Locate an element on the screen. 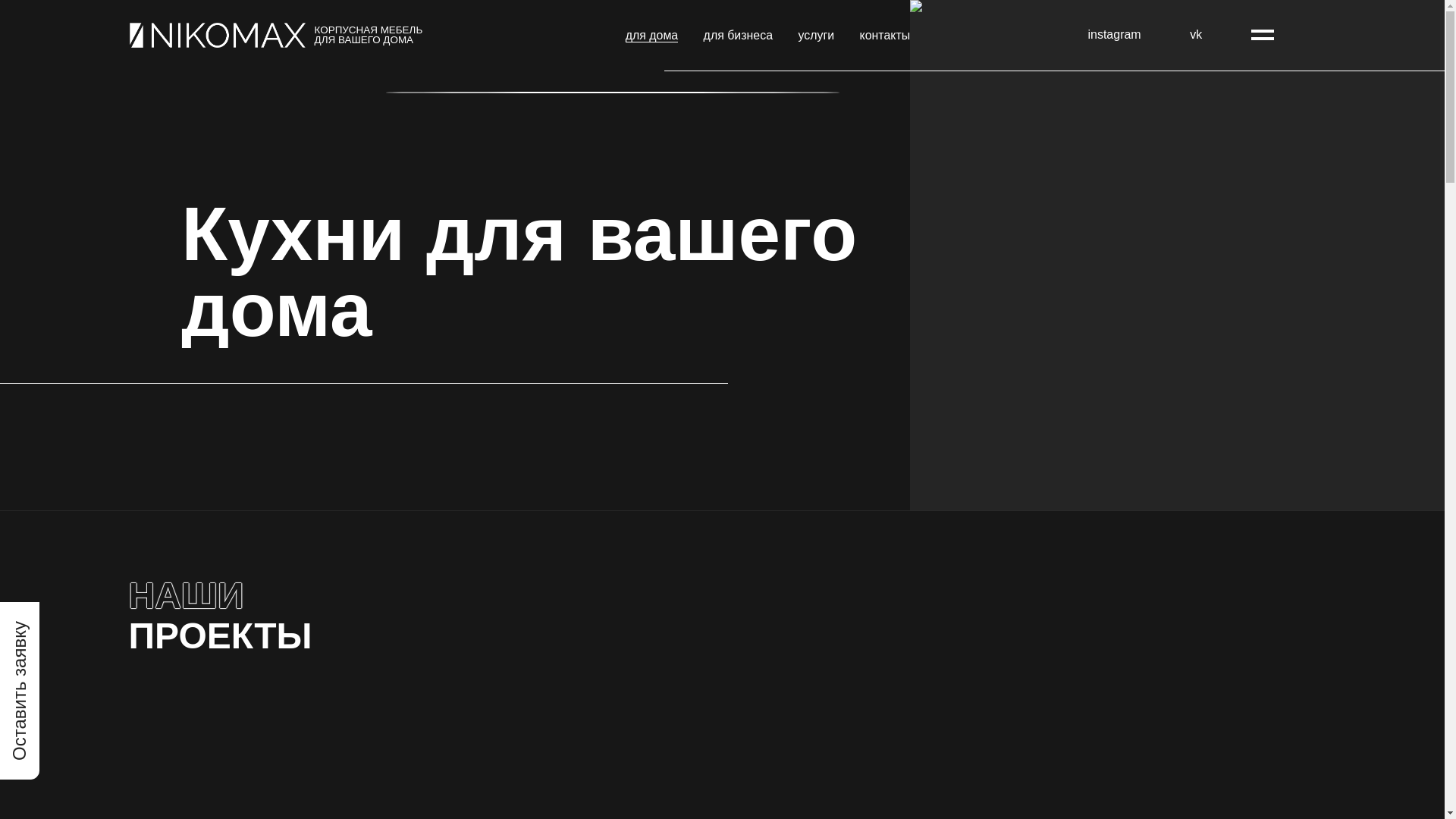  'vk' is located at coordinates (1195, 34).